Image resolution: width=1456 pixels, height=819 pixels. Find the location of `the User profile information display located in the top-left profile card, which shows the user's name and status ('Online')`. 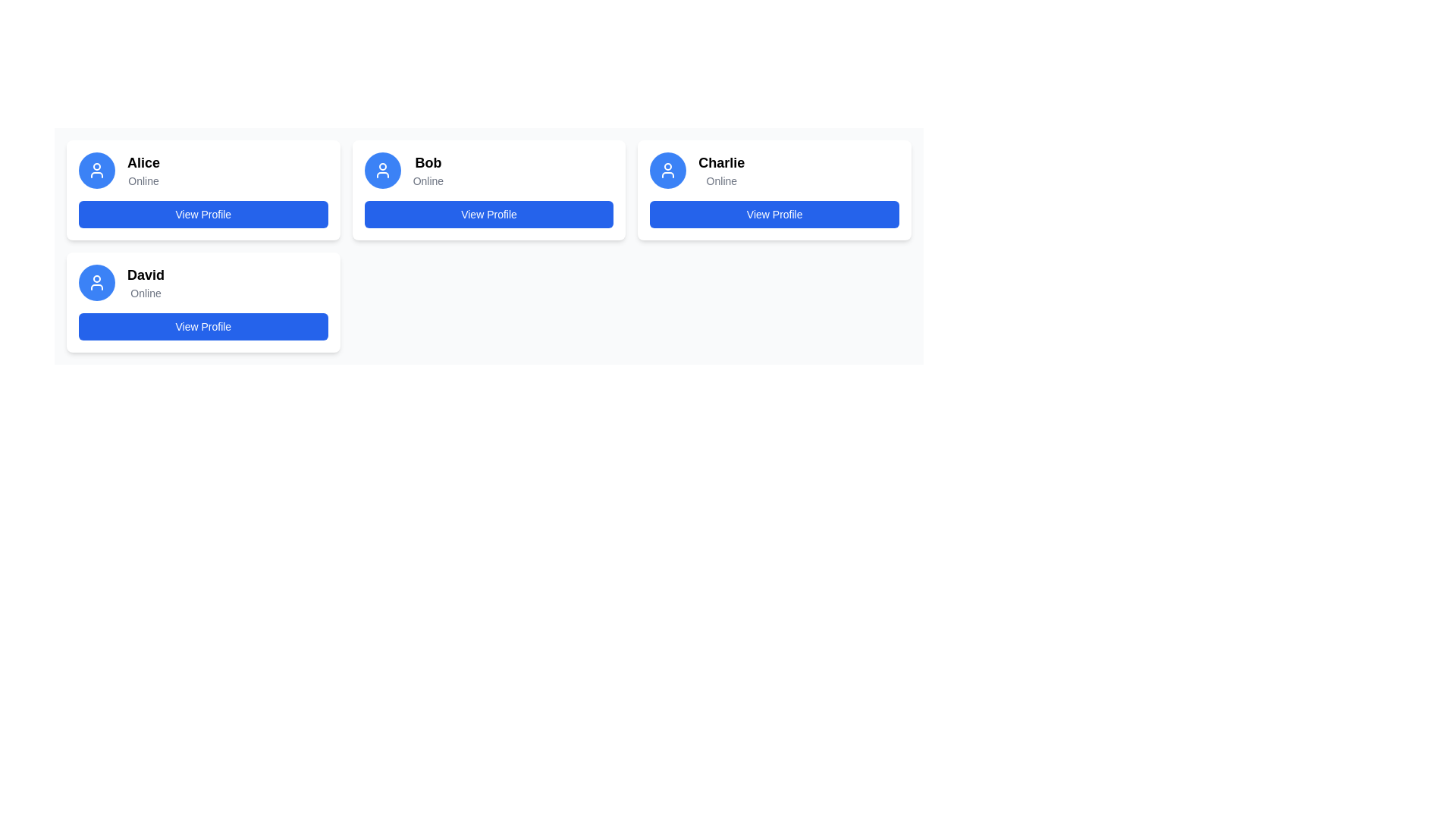

the User profile information display located in the top-left profile card, which shows the user's name and status ('Online') is located at coordinates (202, 170).